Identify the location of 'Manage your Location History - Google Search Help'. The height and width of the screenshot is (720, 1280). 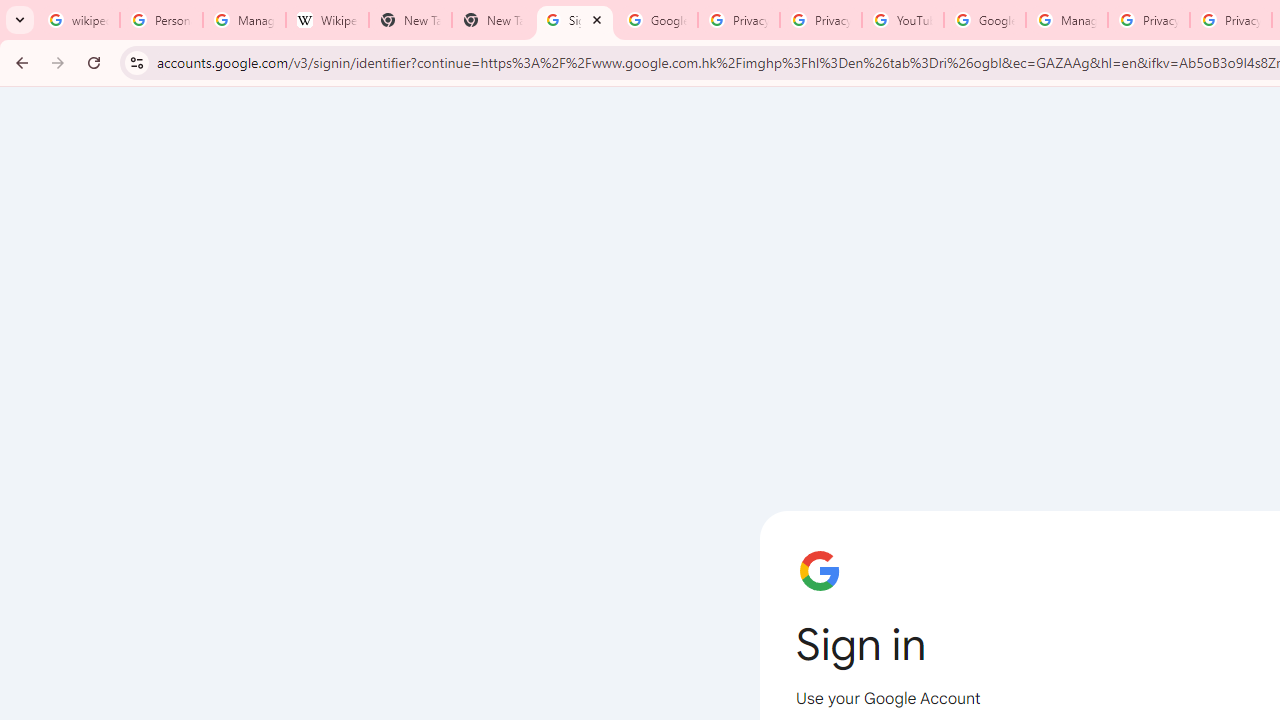
(243, 20).